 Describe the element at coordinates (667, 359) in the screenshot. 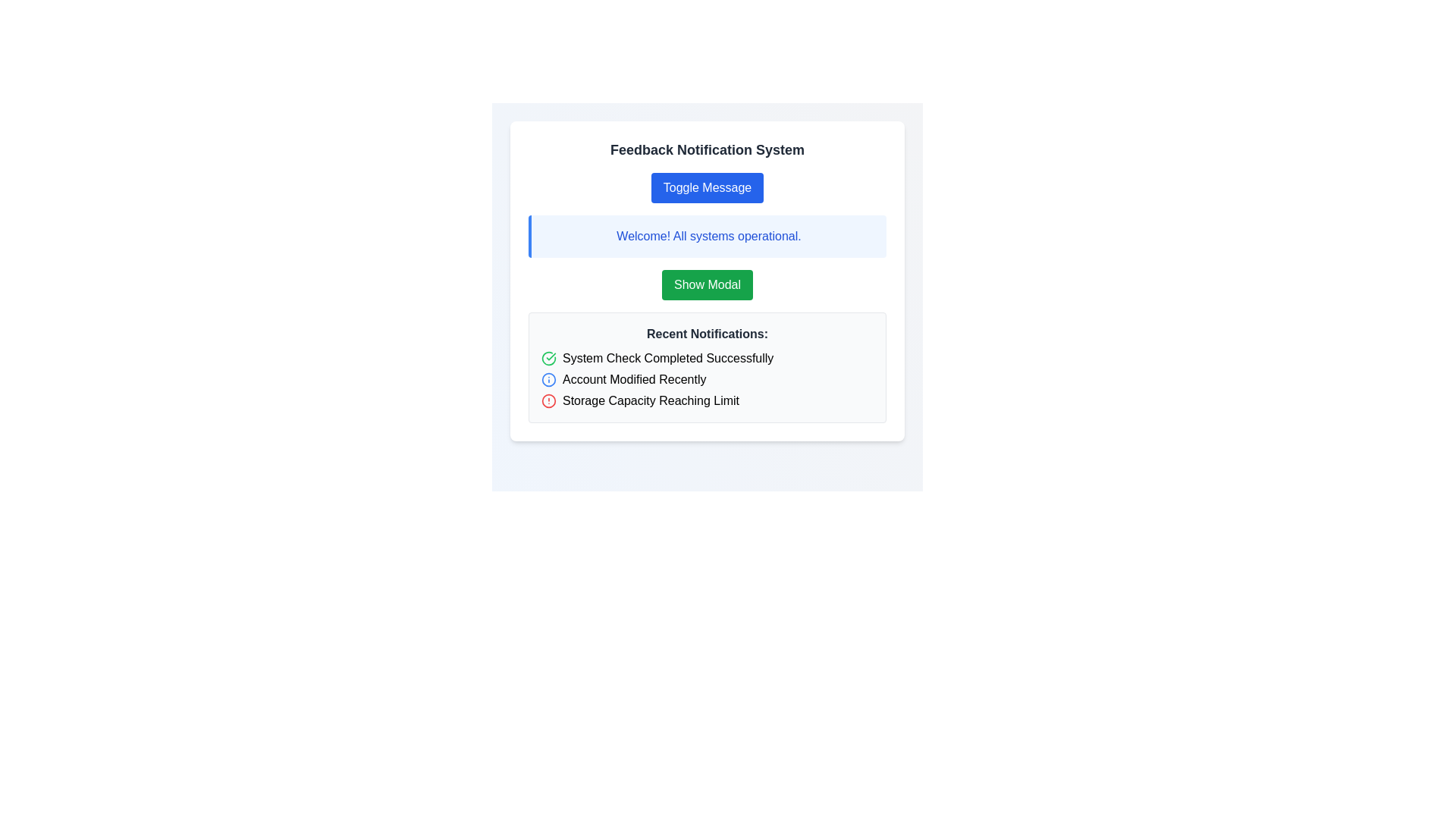

I see `the first notification item in the 'Recent Notifications:' section, which indicates that a system check has been completed successfully` at that location.